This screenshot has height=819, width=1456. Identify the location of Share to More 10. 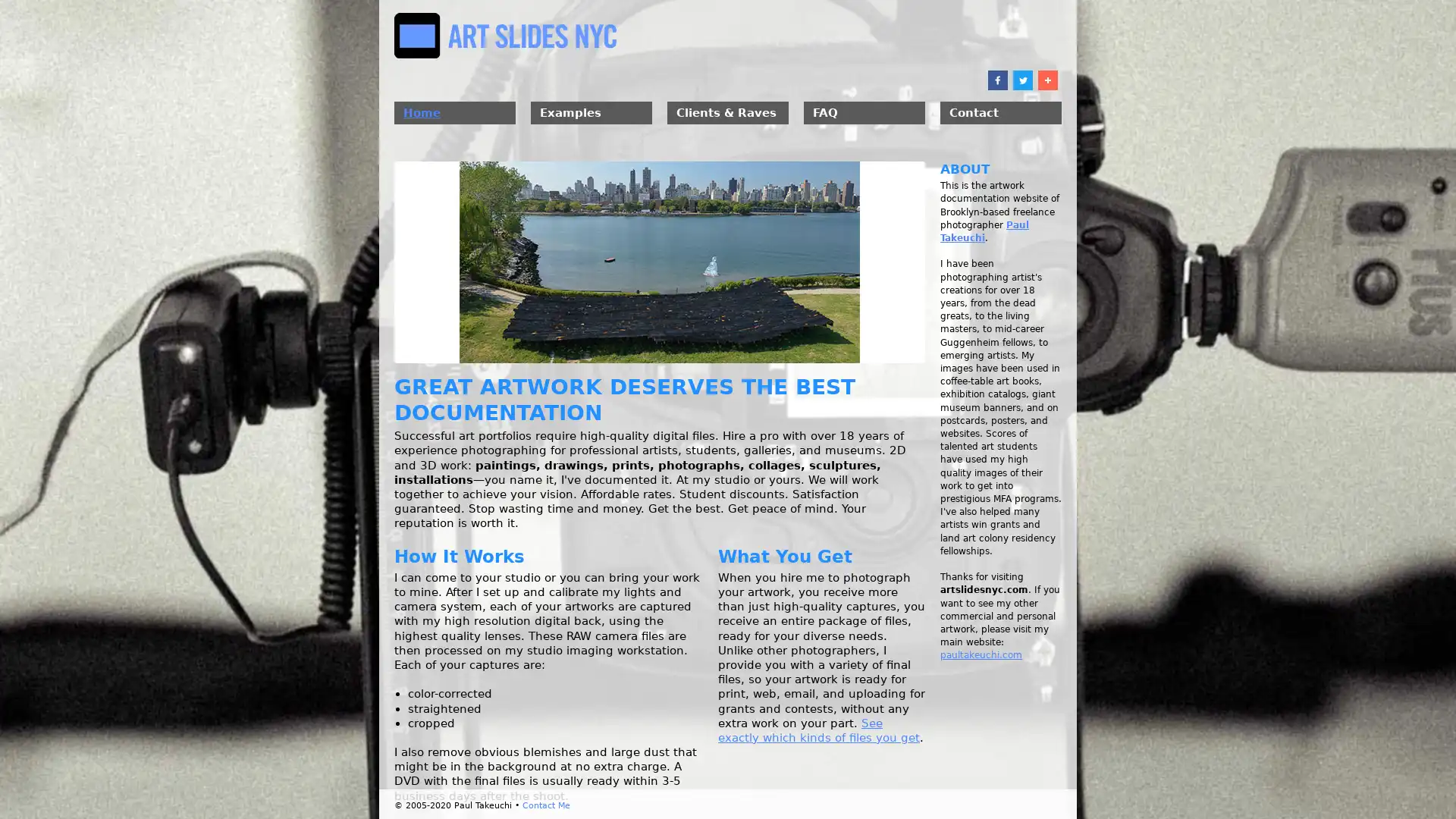
(1038, 79).